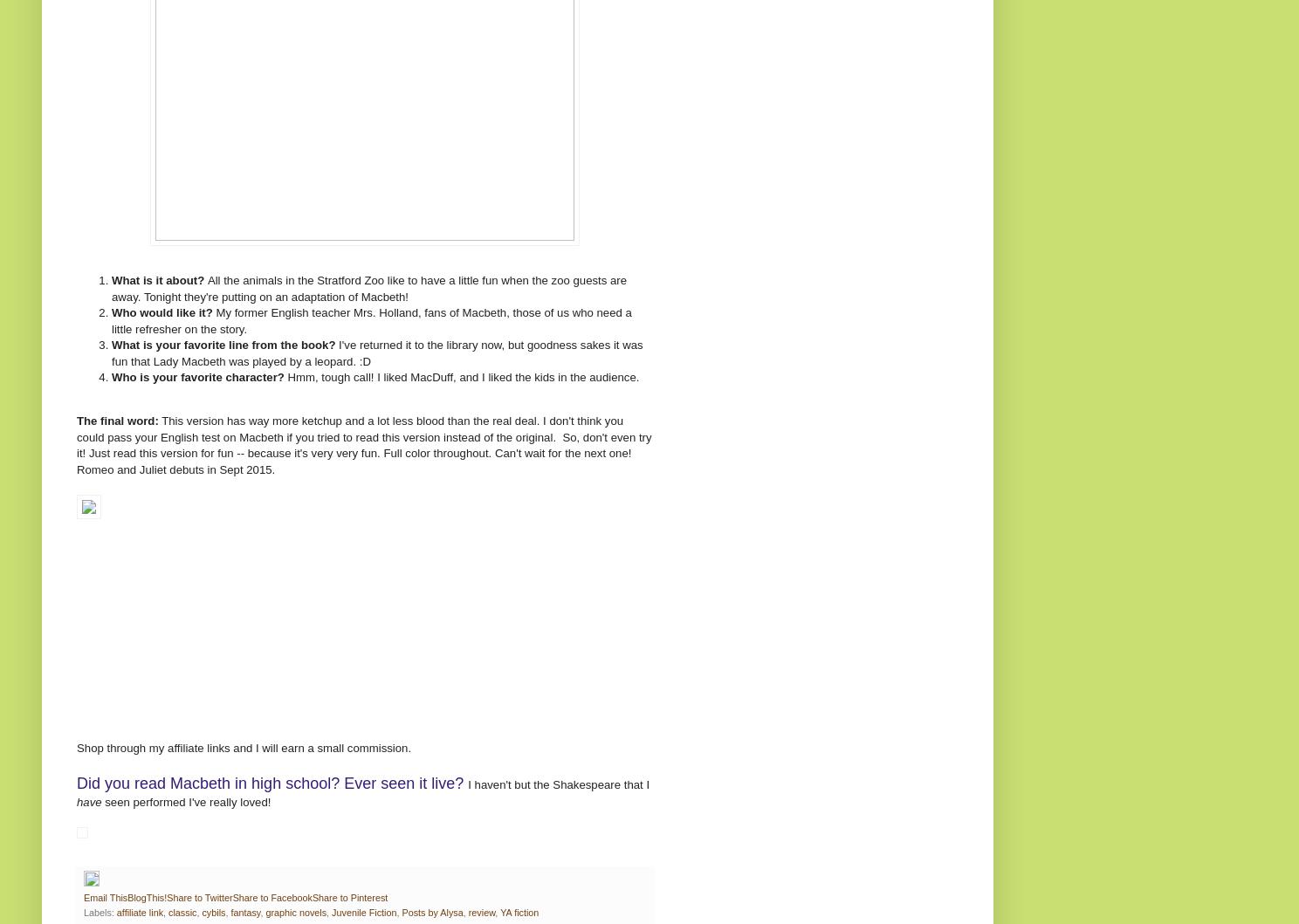 This screenshot has height=924, width=1299. What do you see at coordinates (223, 344) in the screenshot?
I see `'What is your favorite line from the book?'` at bounding box center [223, 344].